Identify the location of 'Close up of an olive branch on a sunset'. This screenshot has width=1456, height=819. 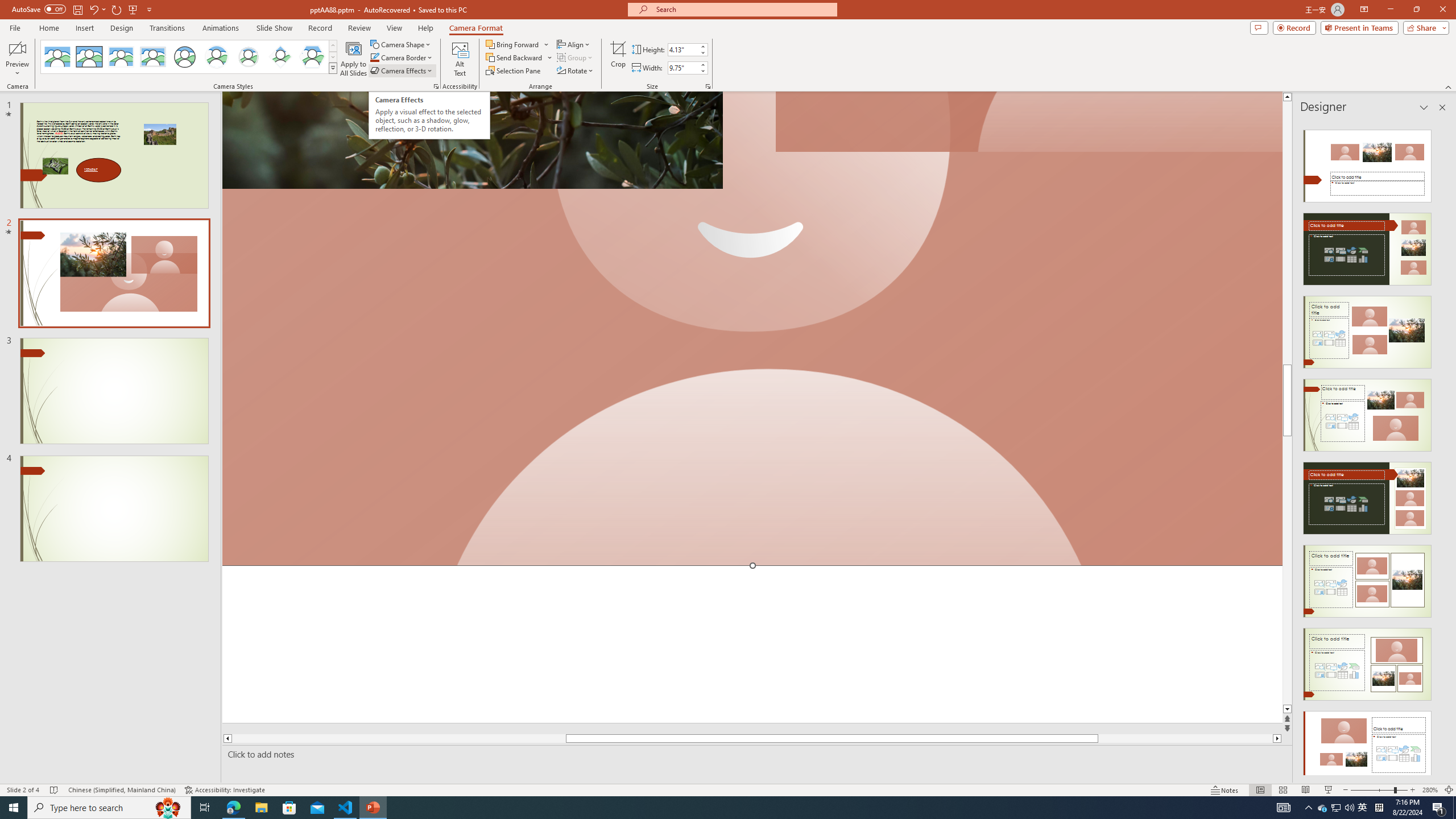
(471, 139).